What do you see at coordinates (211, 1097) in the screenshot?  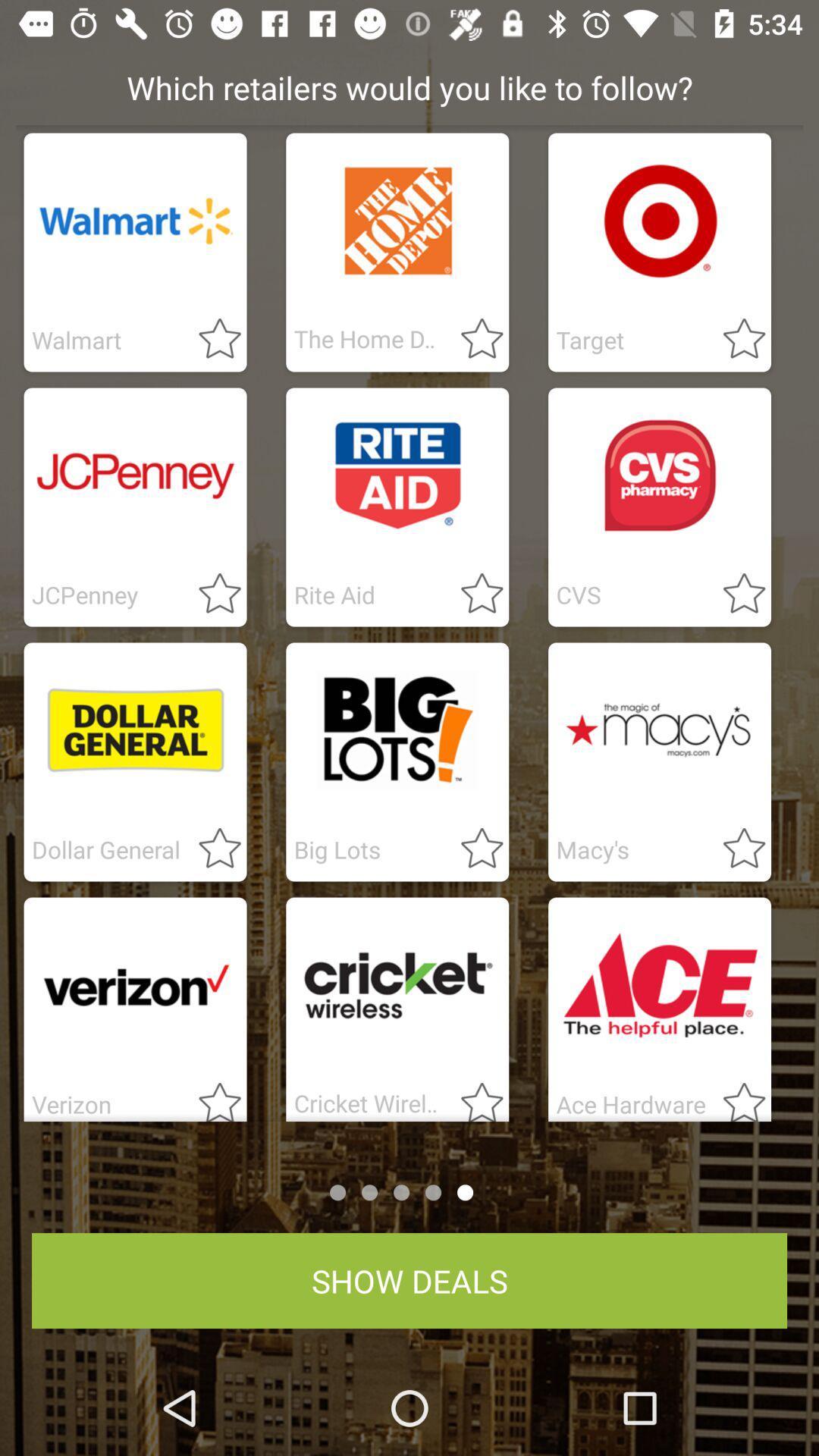 I see `favrite verizon` at bounding box center [211, 1097].